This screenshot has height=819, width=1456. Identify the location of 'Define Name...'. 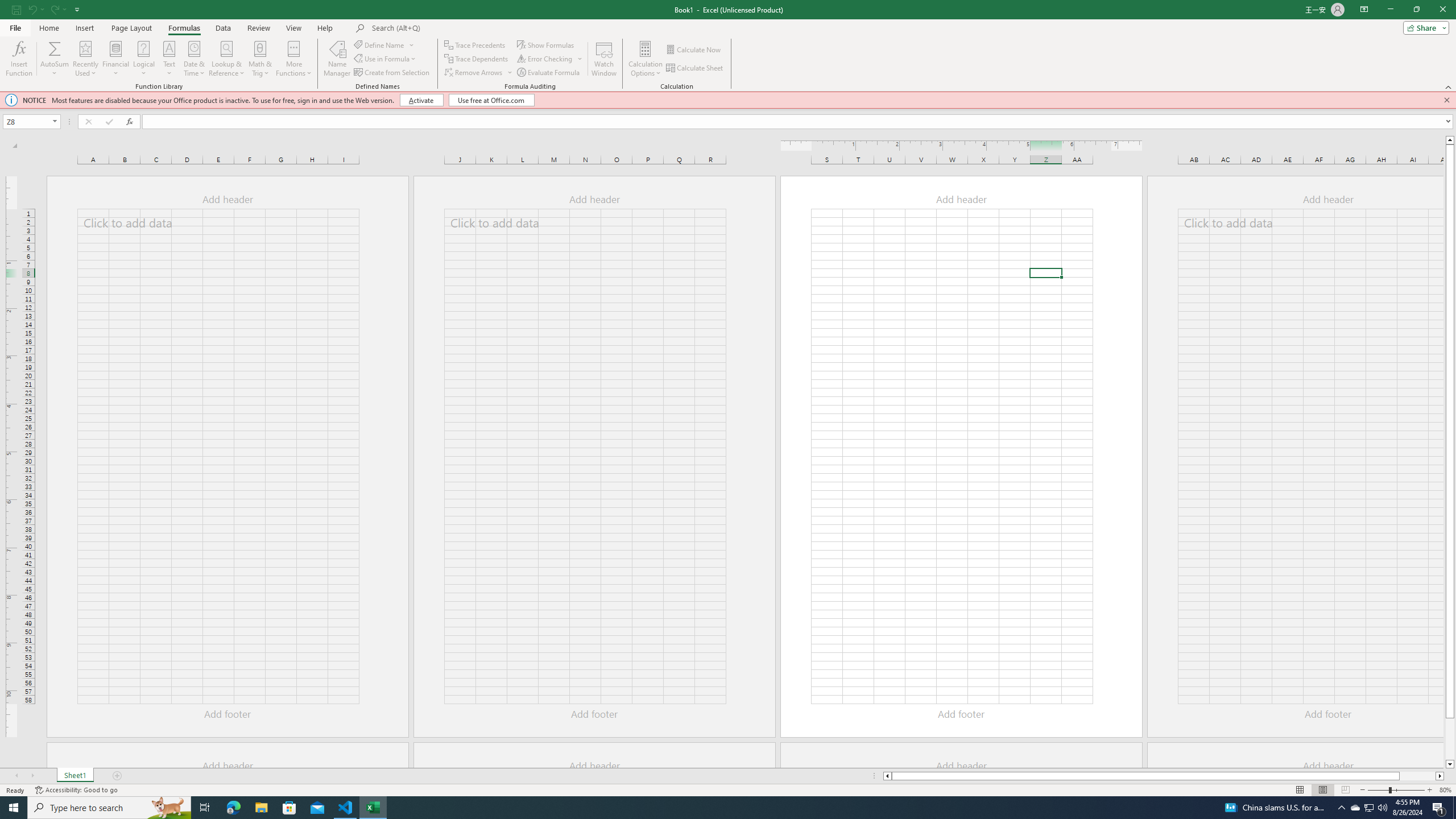
(380, 44).